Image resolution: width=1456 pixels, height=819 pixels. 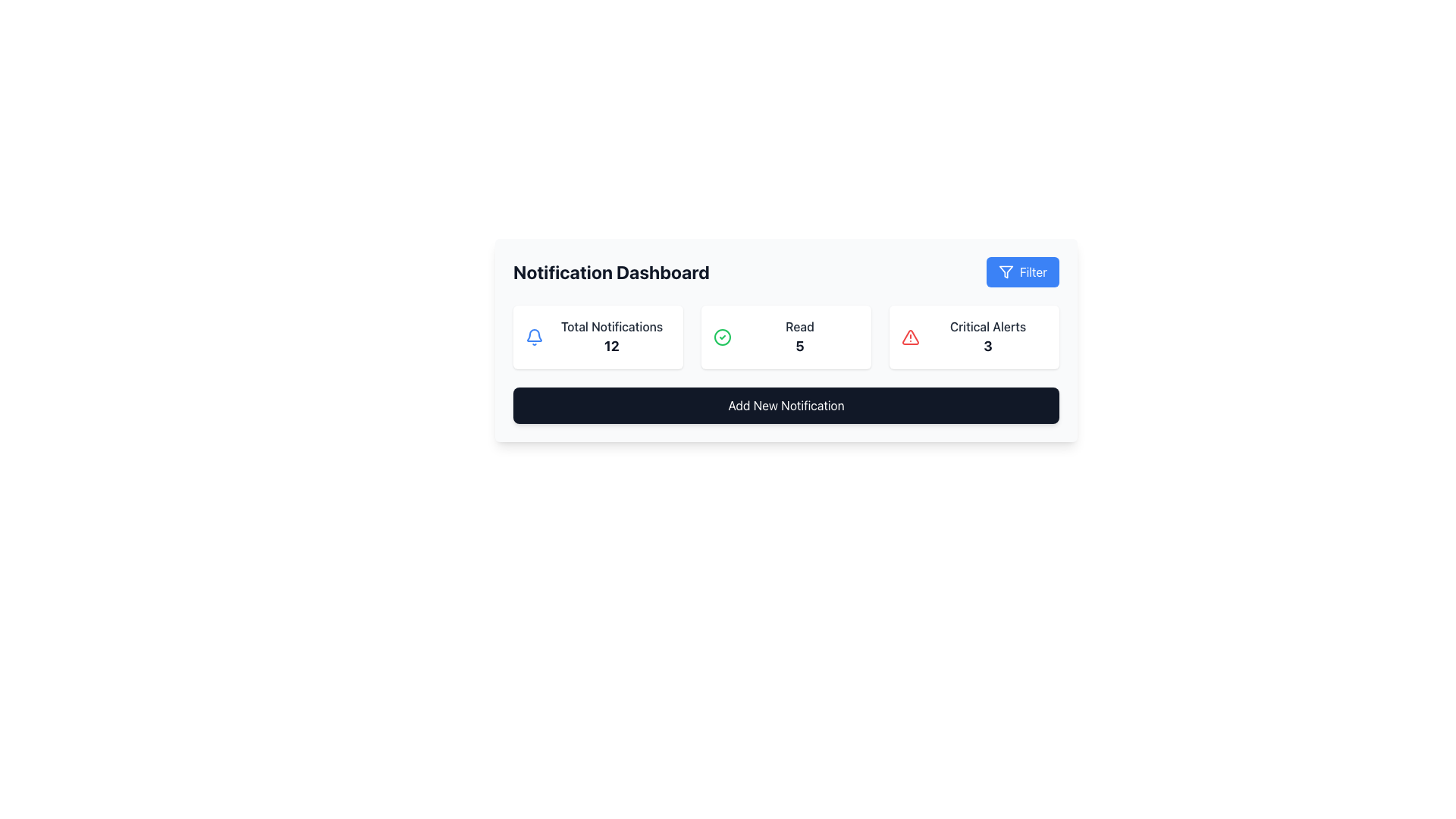 I want to click on the static informational display element that shows the total number of notifications, located under the 'Notification Dashboard' heading in the first column of the grid layout, so click(x=597, y=336).